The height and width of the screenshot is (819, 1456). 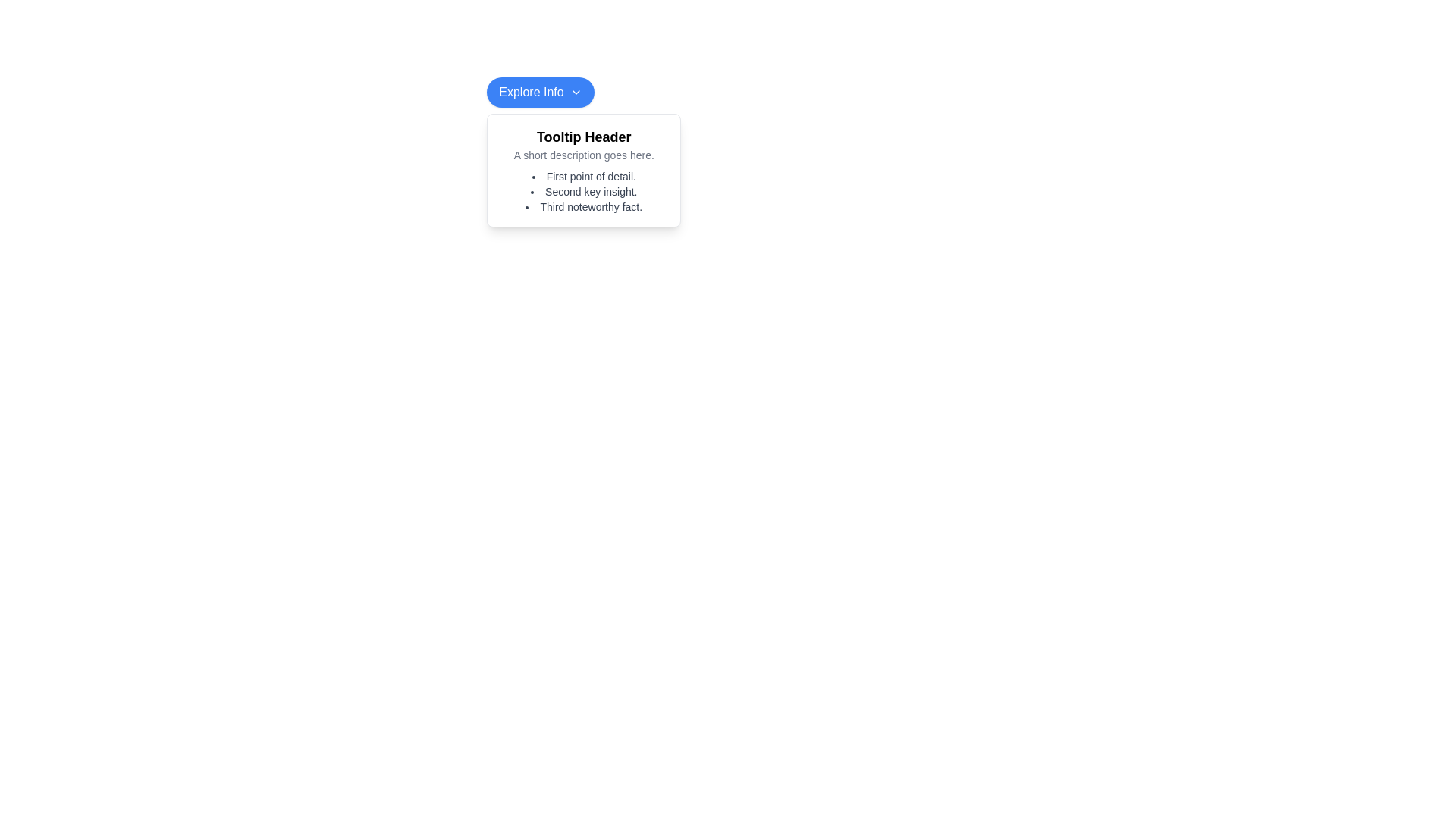 What do you see at coordinates (583, 191) in the screenshot?
I see `the second bullet-point text item displaying 'Second key insight.' in the tooltip under the section titled 'Tooltip Header'` at bounding box center [583, 191].